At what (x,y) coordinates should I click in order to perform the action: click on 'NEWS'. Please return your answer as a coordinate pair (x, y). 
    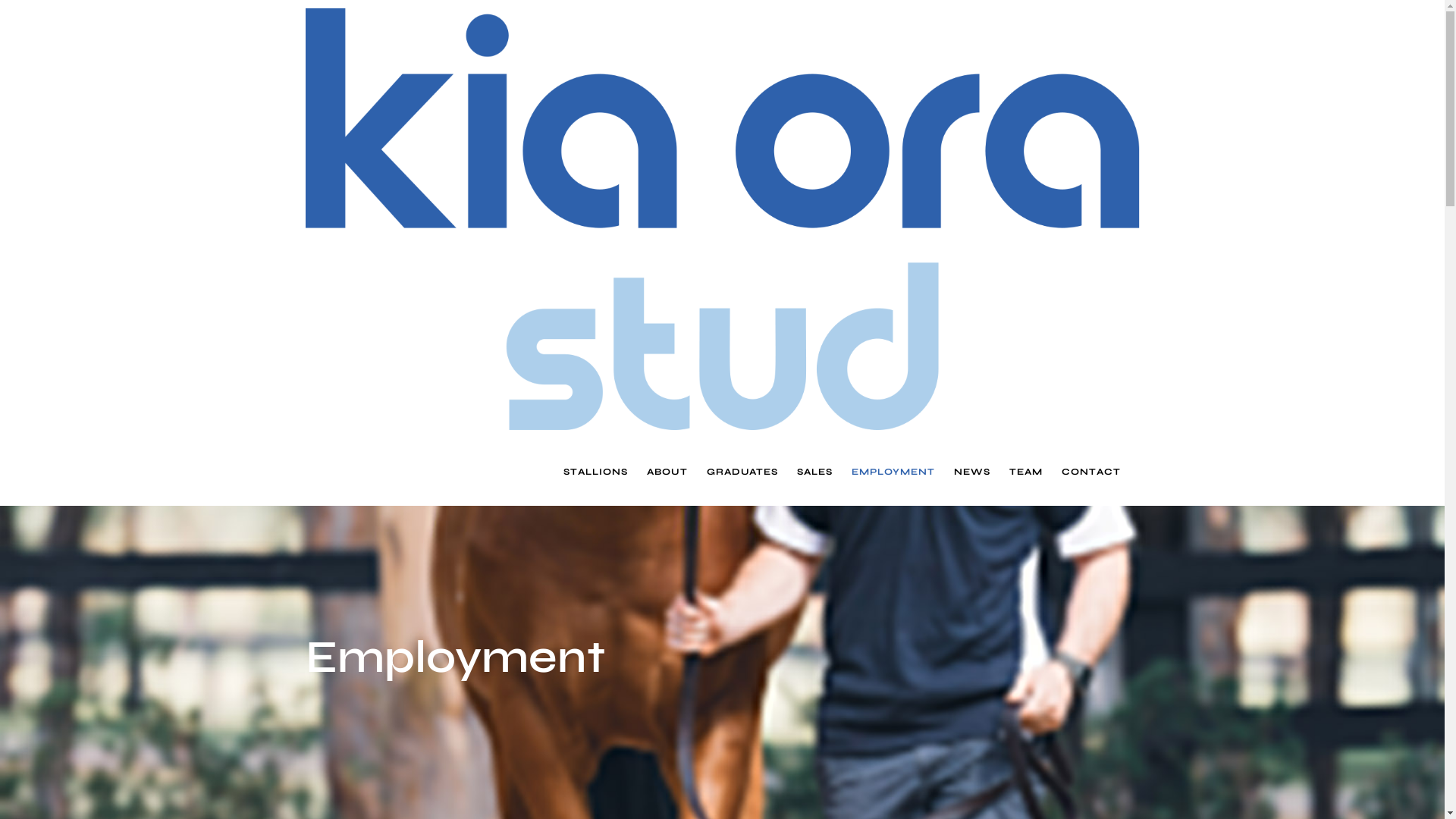
    Looking at the image, I should click on (971, 470).